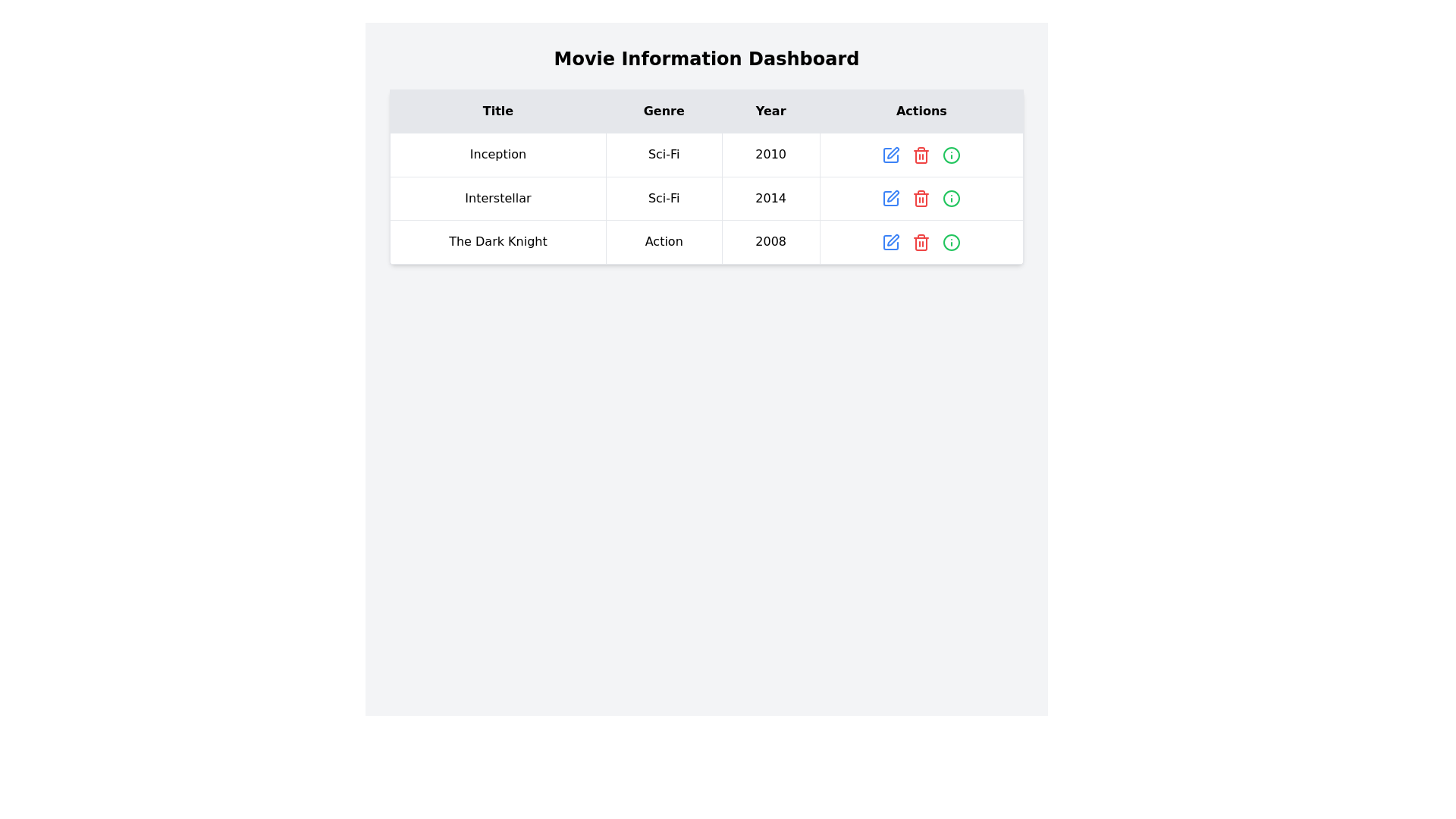  I want to click on the 'More Info' button, which is the fourth action button, so click(951, 155).